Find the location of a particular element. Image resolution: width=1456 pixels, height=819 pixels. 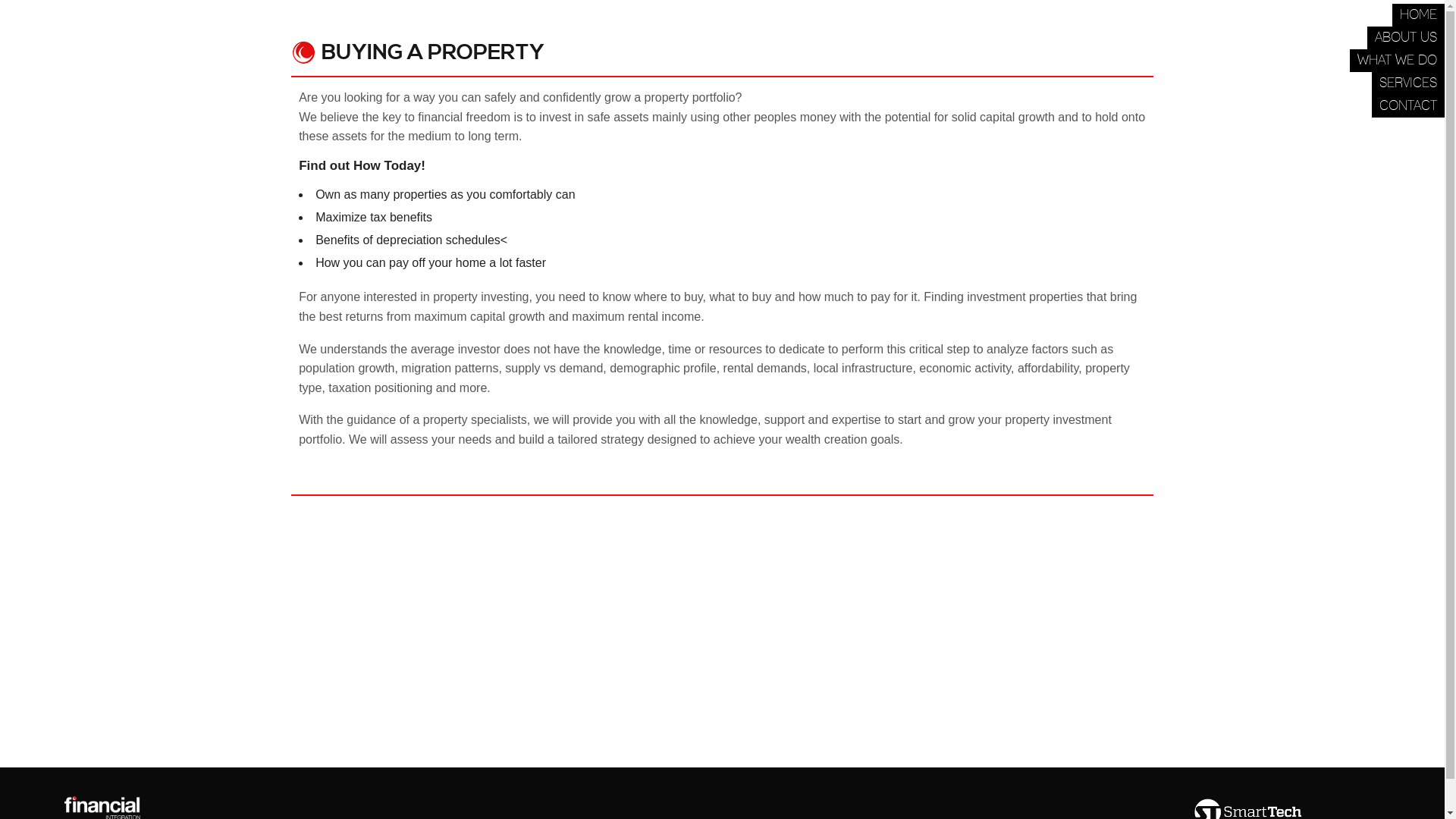

'HOME' is located at coordinates (1417, 14).